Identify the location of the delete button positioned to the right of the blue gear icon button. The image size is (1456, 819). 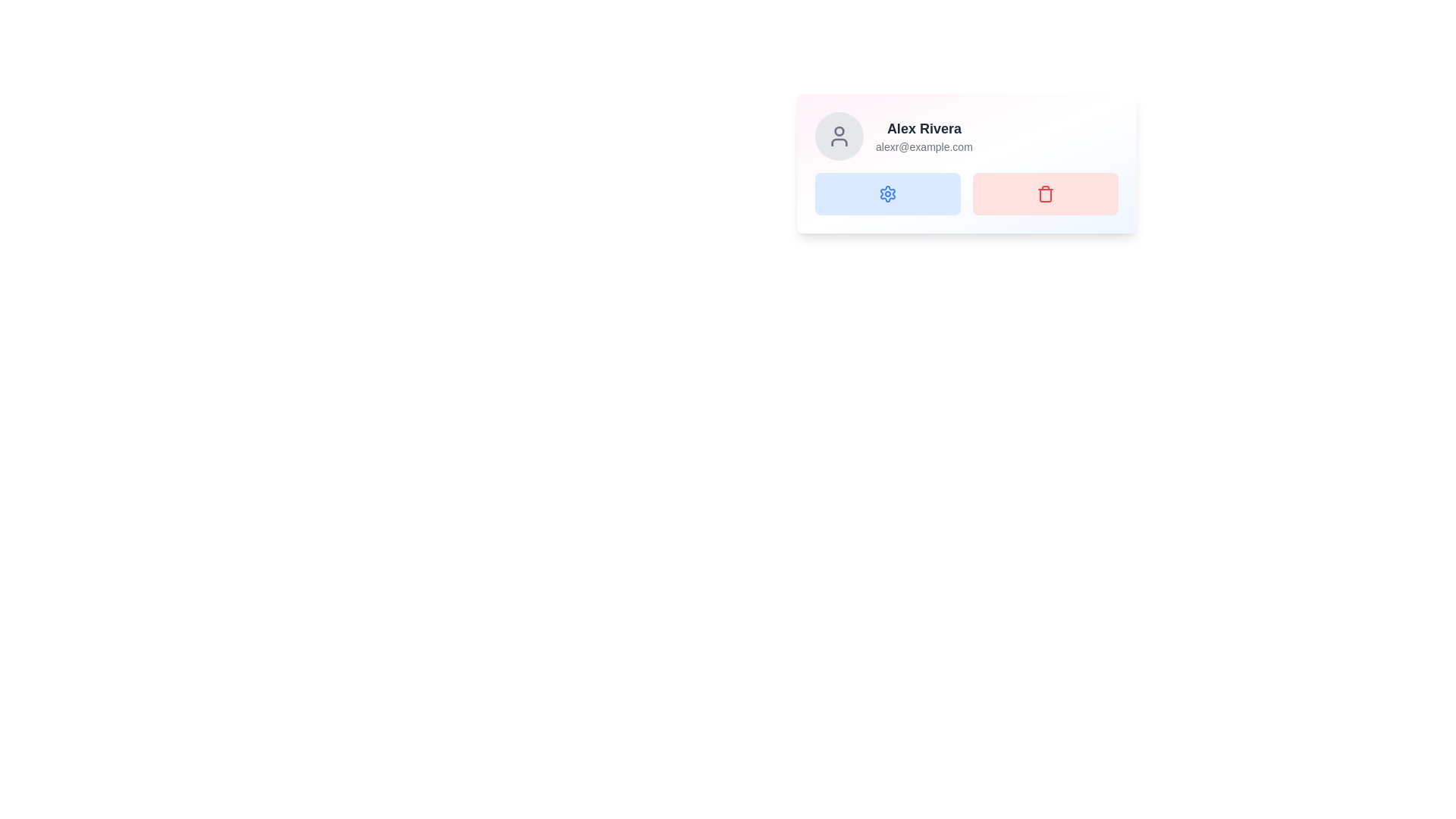
(1044, 193).